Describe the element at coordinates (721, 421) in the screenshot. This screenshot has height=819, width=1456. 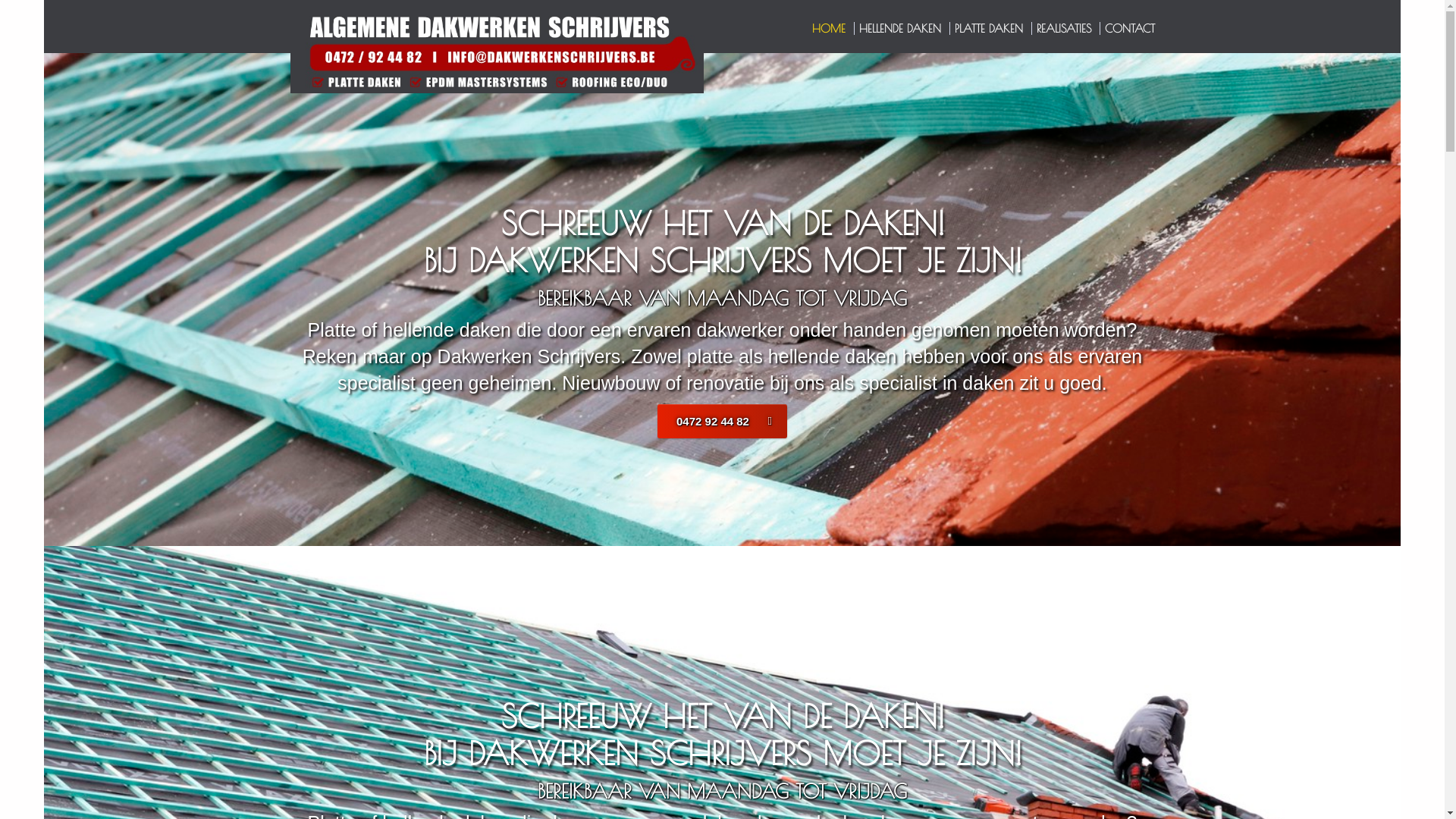
I see `'0472 92 44 82'` at that location.